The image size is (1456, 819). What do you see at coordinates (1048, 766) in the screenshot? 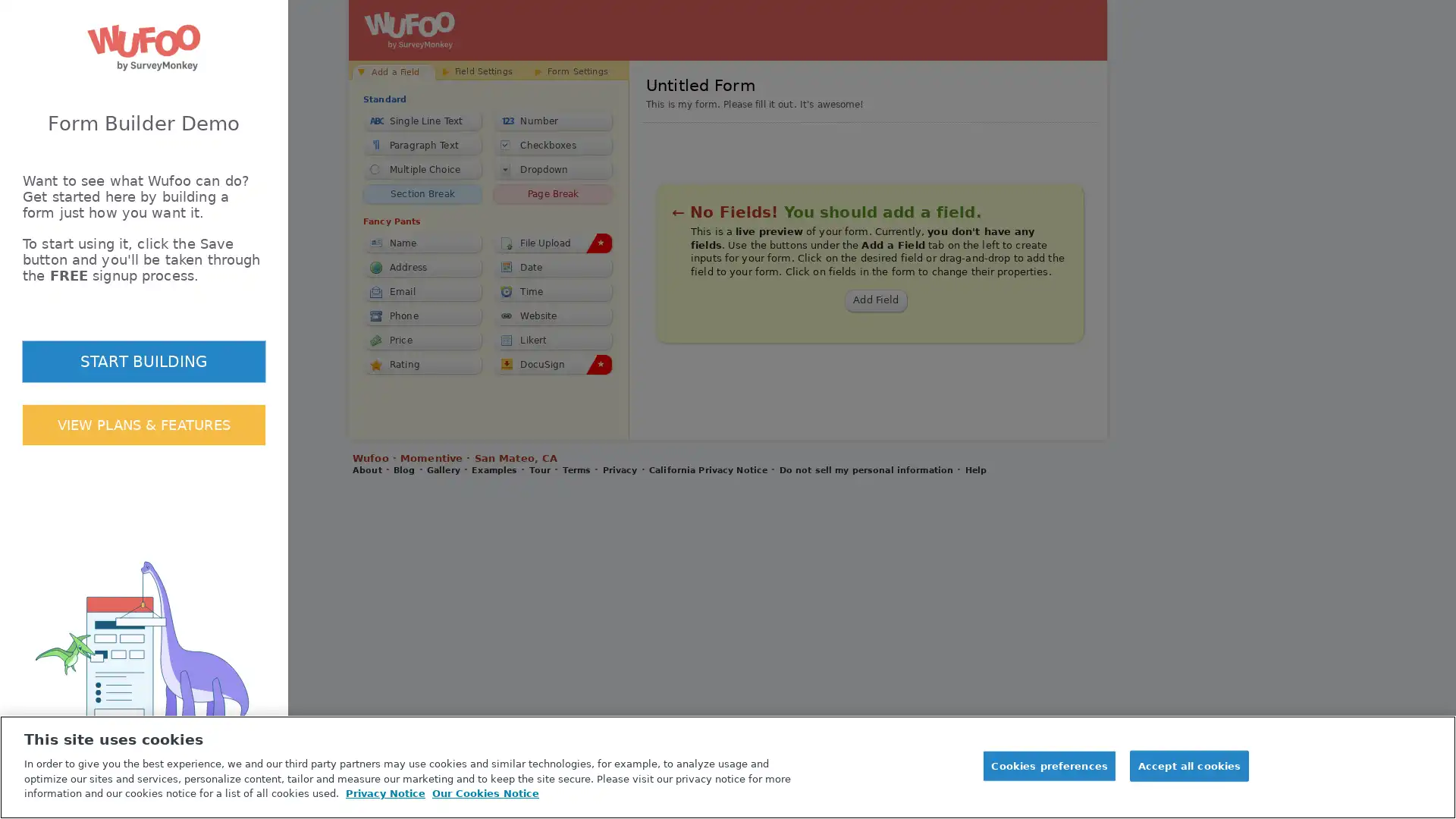
I see `Cookies preferences` at bounding box center [1048, 766].